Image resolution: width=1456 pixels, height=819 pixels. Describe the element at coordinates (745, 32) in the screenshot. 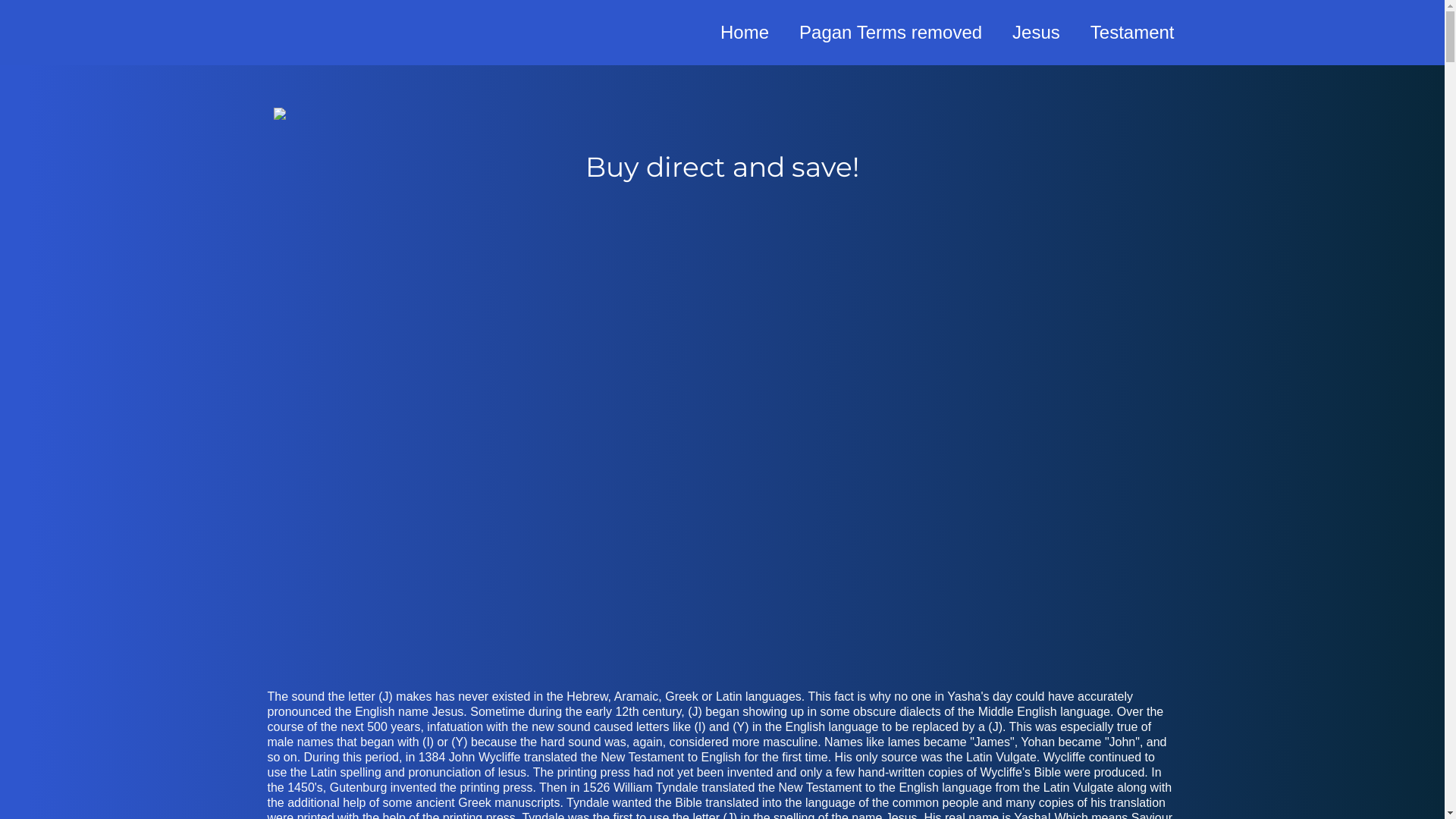

I see `'Home'` at that location.